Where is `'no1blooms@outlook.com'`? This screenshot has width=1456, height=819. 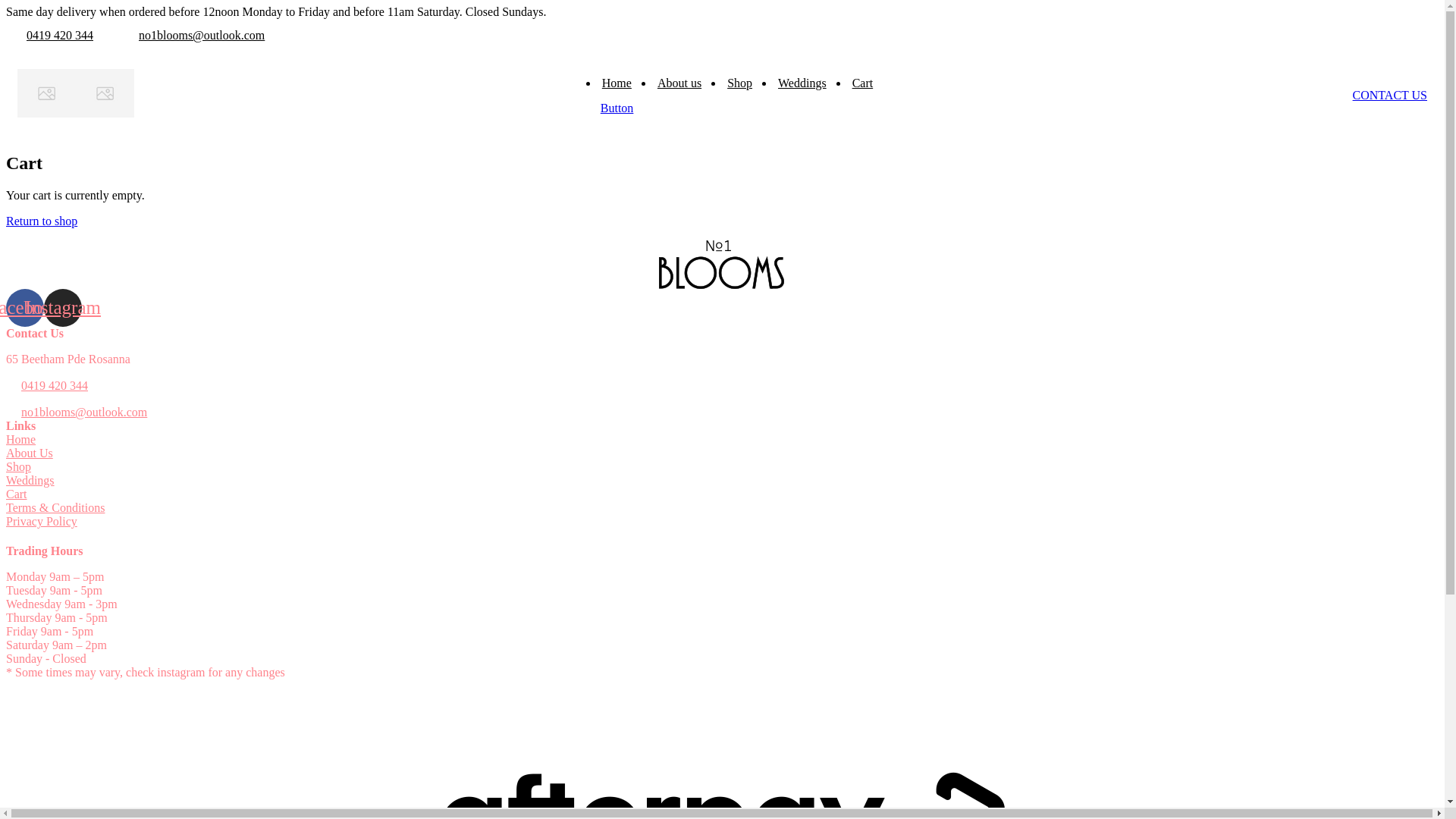
'no1blooms@outlook.com' is located at coordinates (83, 412).